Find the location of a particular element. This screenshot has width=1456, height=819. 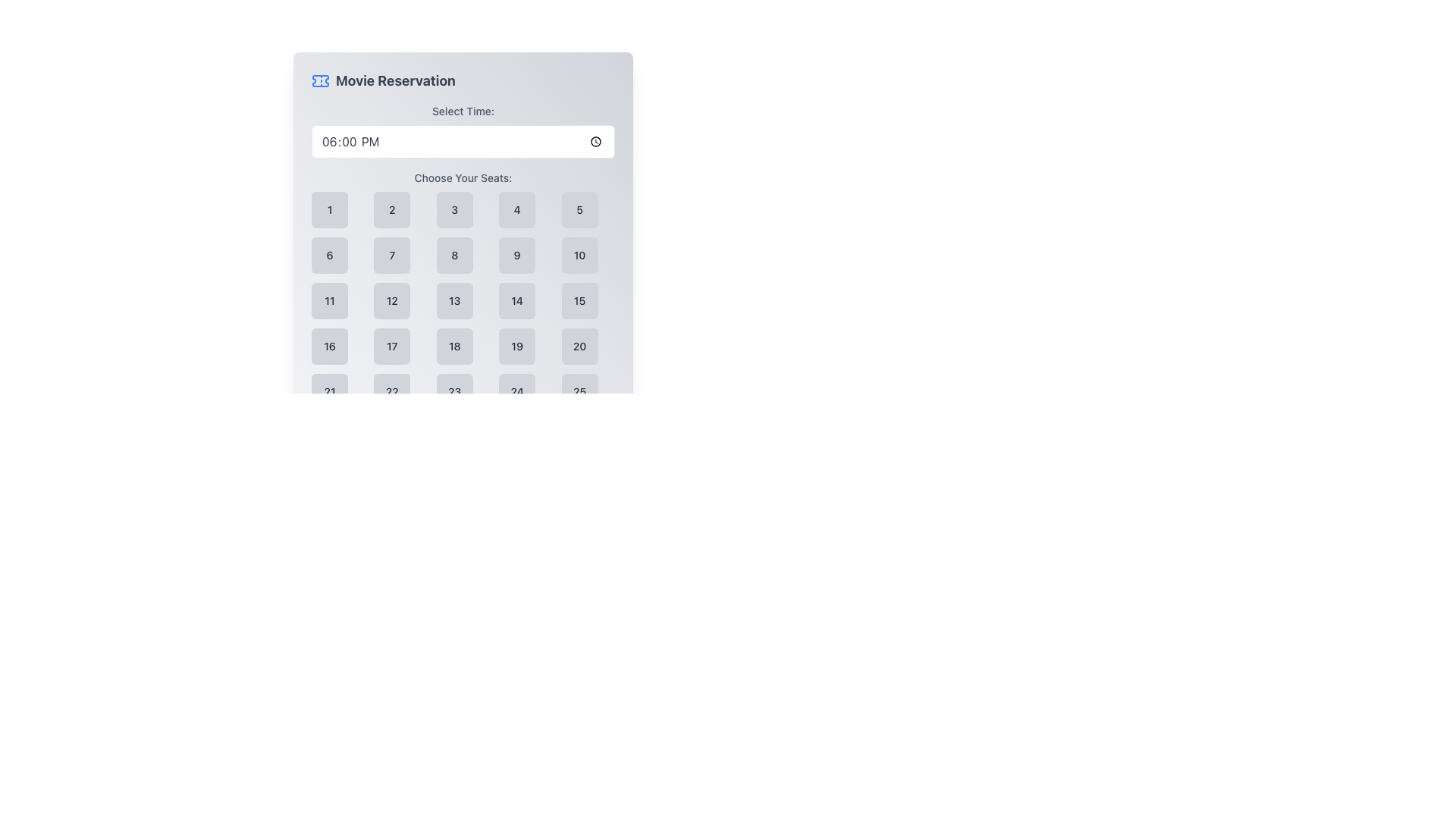

the button that allows users to select seat number '24' for a movie reservation, located in the last row and fourth column of the grid labeled 'Choose Your Seats' is located at coordinates (517, 391).